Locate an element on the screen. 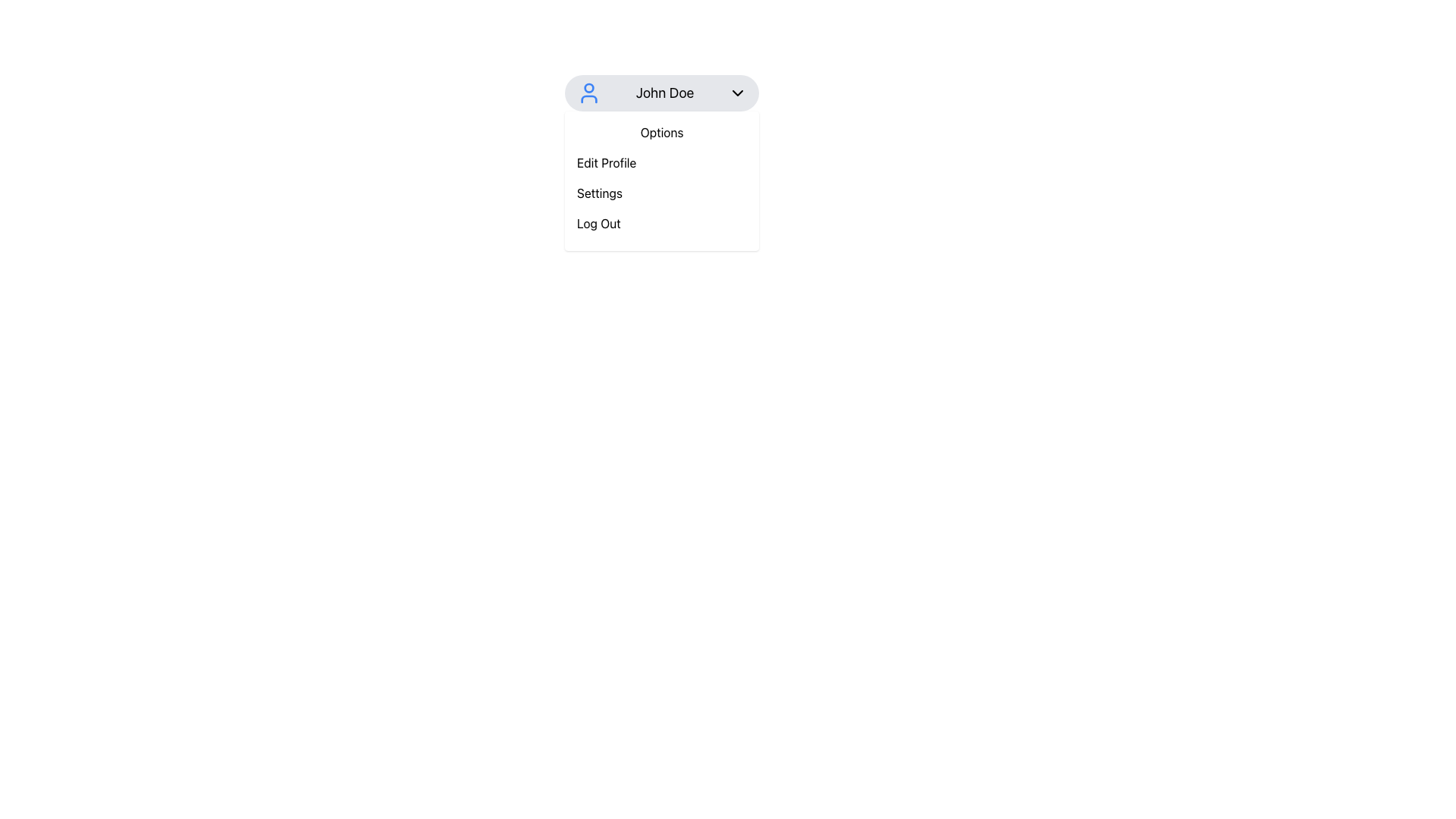  the circular icon within the SVG that is part of a user icon in the dropdown interface is located at coordinates (588, 87).